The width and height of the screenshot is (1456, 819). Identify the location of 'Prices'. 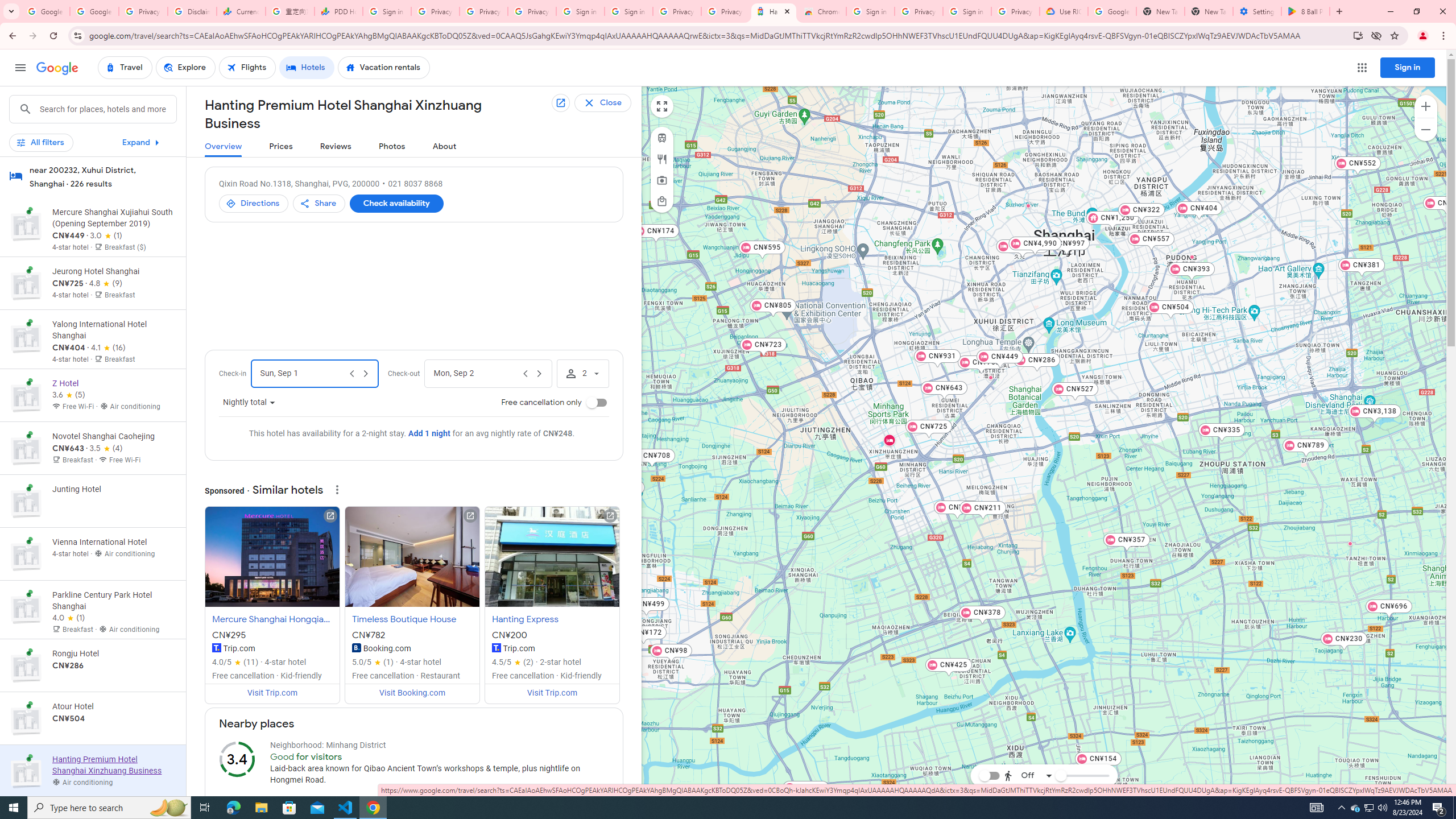
(280, 146).